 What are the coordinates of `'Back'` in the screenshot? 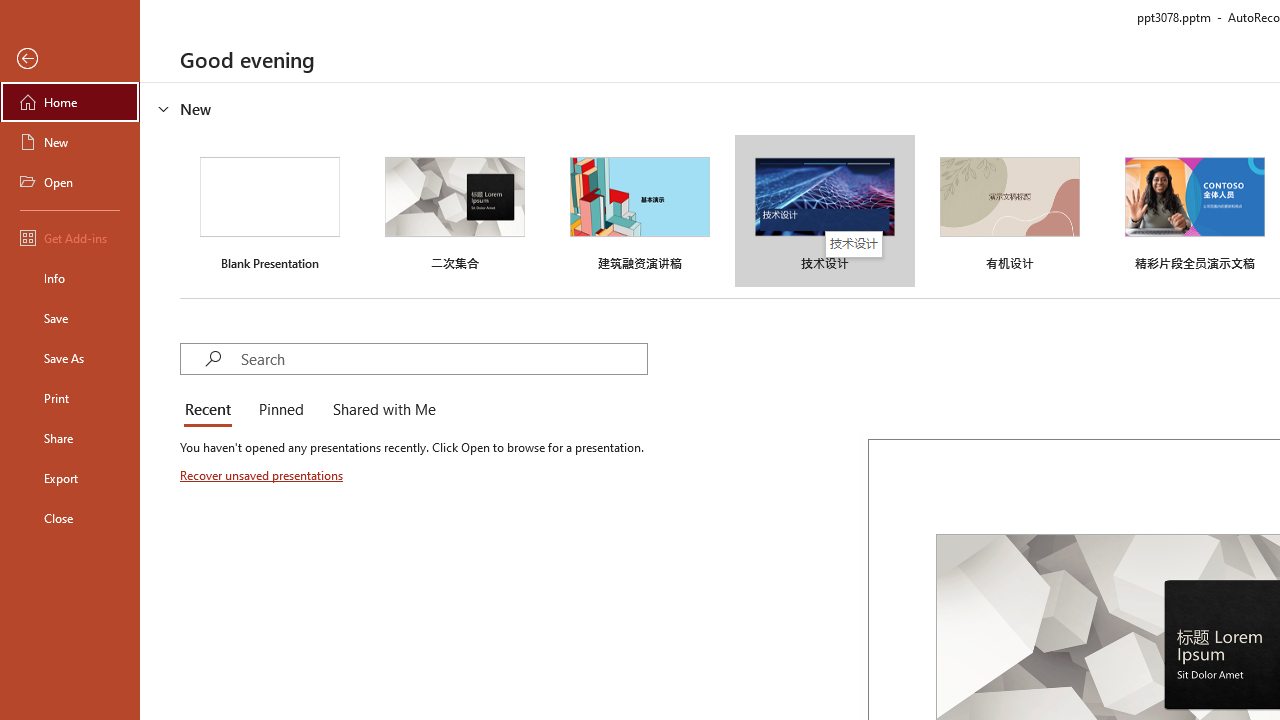 It's located at (69, 58).